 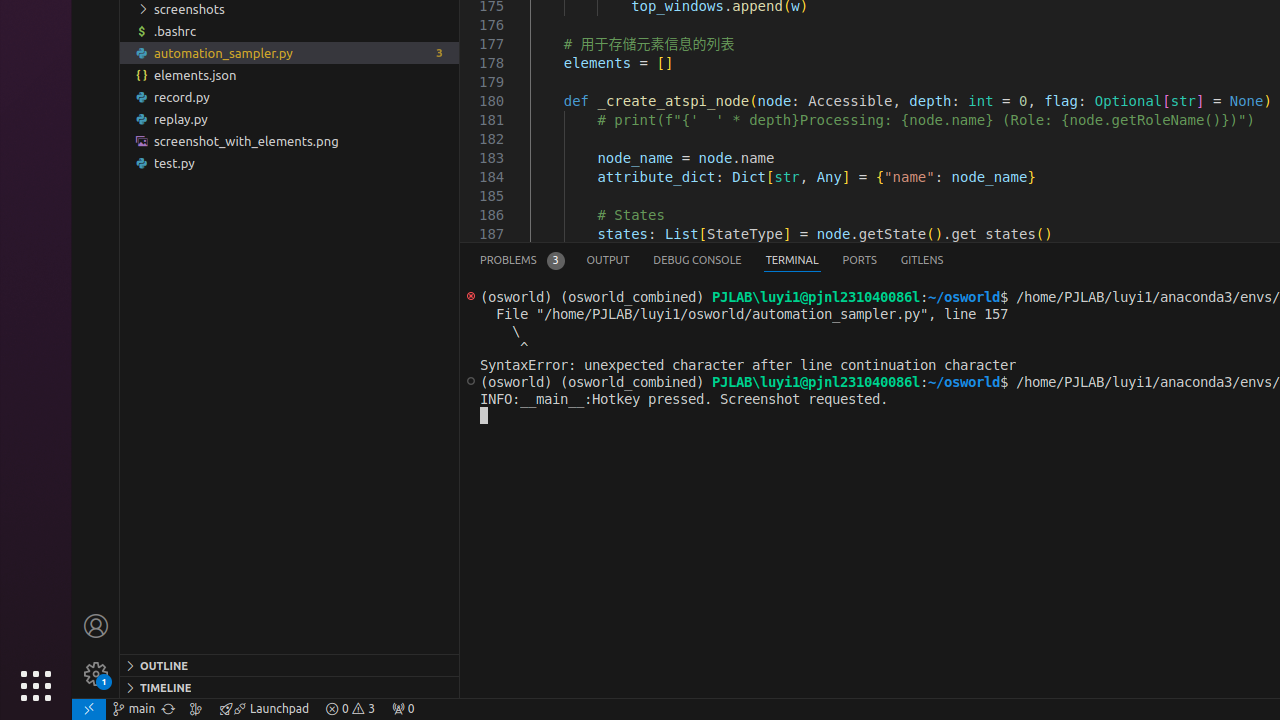 What do you see at coordinates (288, 686) in the screenshot?
I see `'Timeline Section'` at bounding box center [288, 686].